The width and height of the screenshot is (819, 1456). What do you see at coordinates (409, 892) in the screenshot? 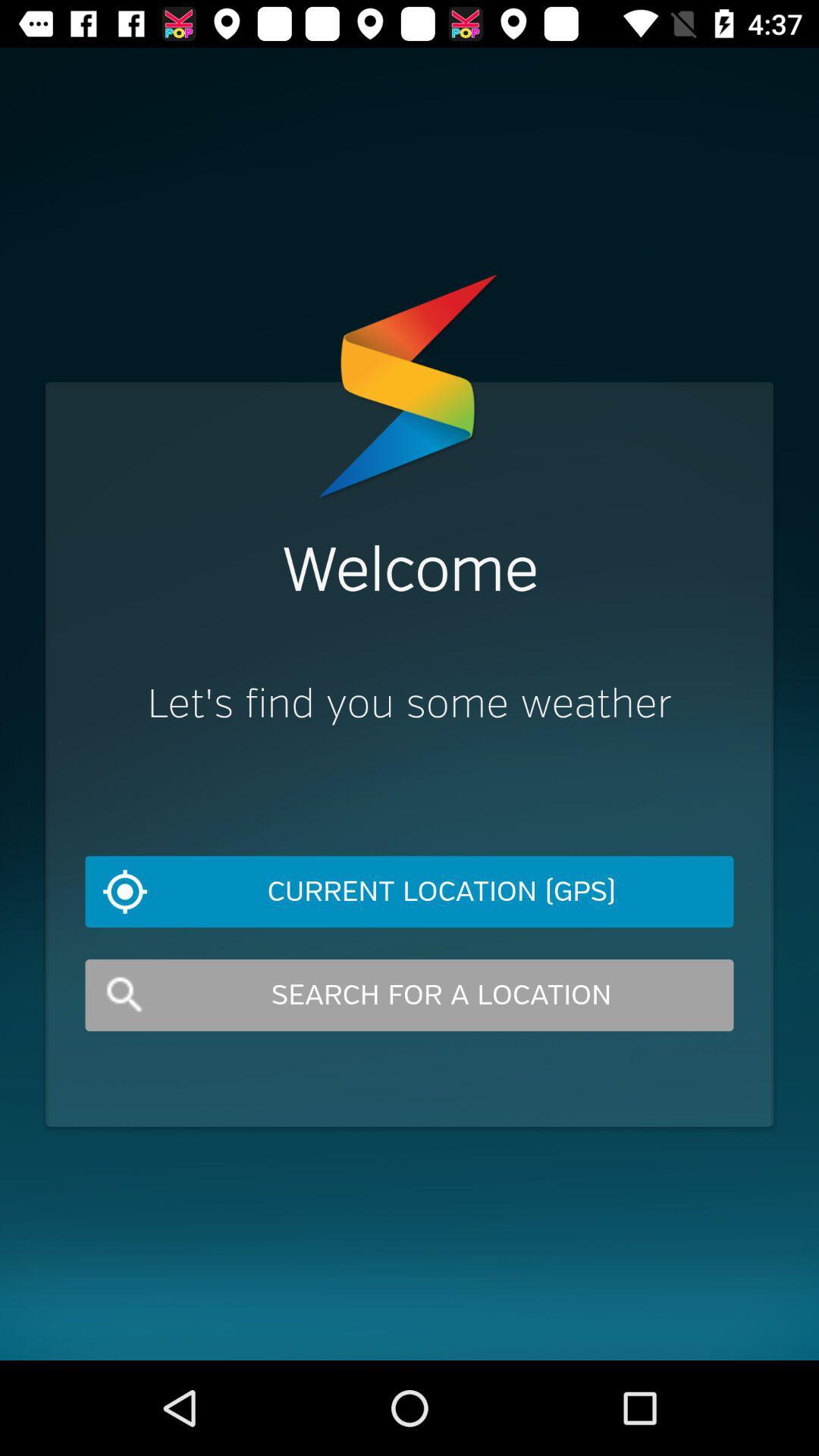
I see `icon below let s find item` at bounding box center [409, 892].